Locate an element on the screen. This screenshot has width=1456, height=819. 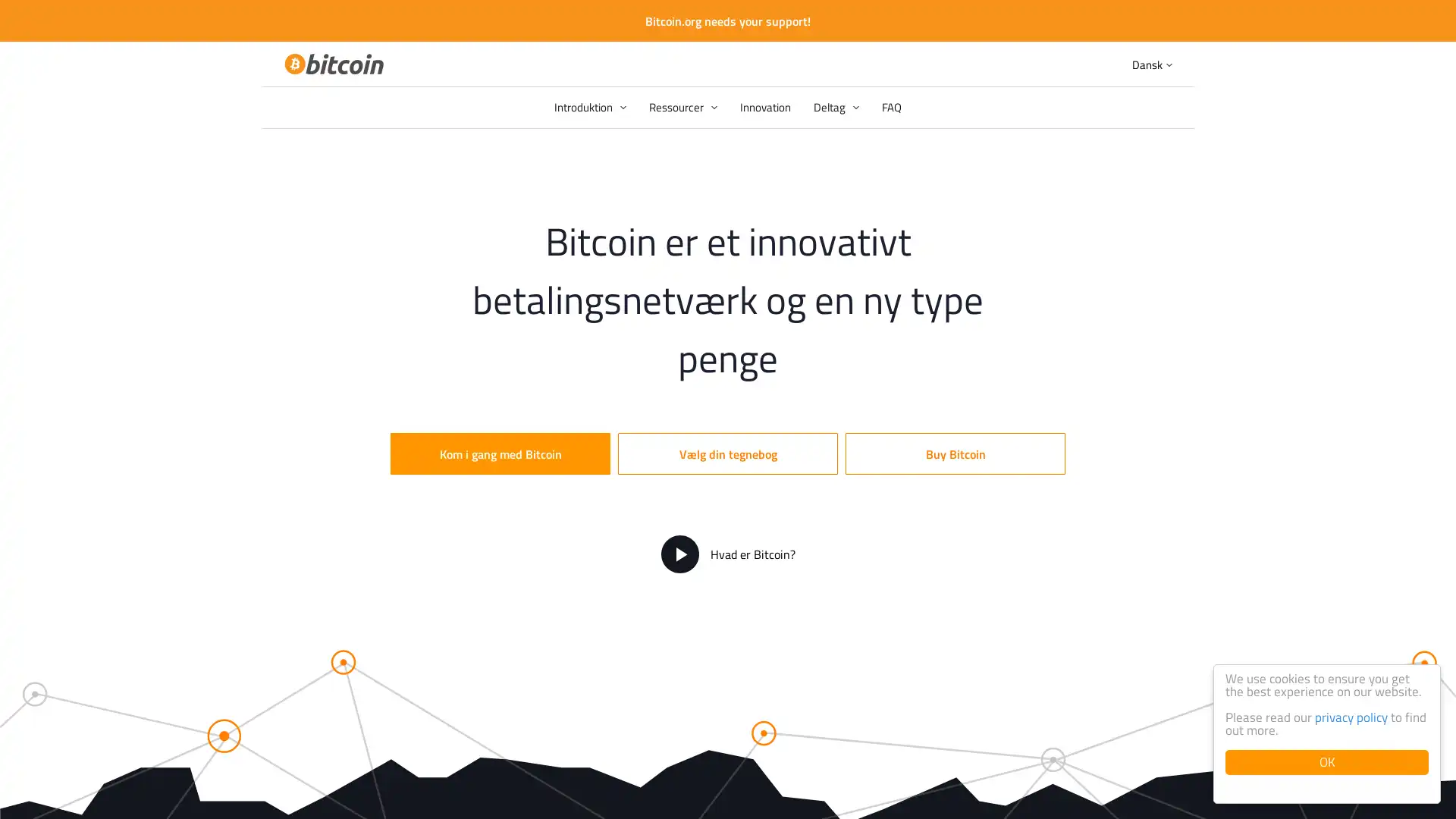
Hvad er Bitcoin? is located at coordinates (726, 554).